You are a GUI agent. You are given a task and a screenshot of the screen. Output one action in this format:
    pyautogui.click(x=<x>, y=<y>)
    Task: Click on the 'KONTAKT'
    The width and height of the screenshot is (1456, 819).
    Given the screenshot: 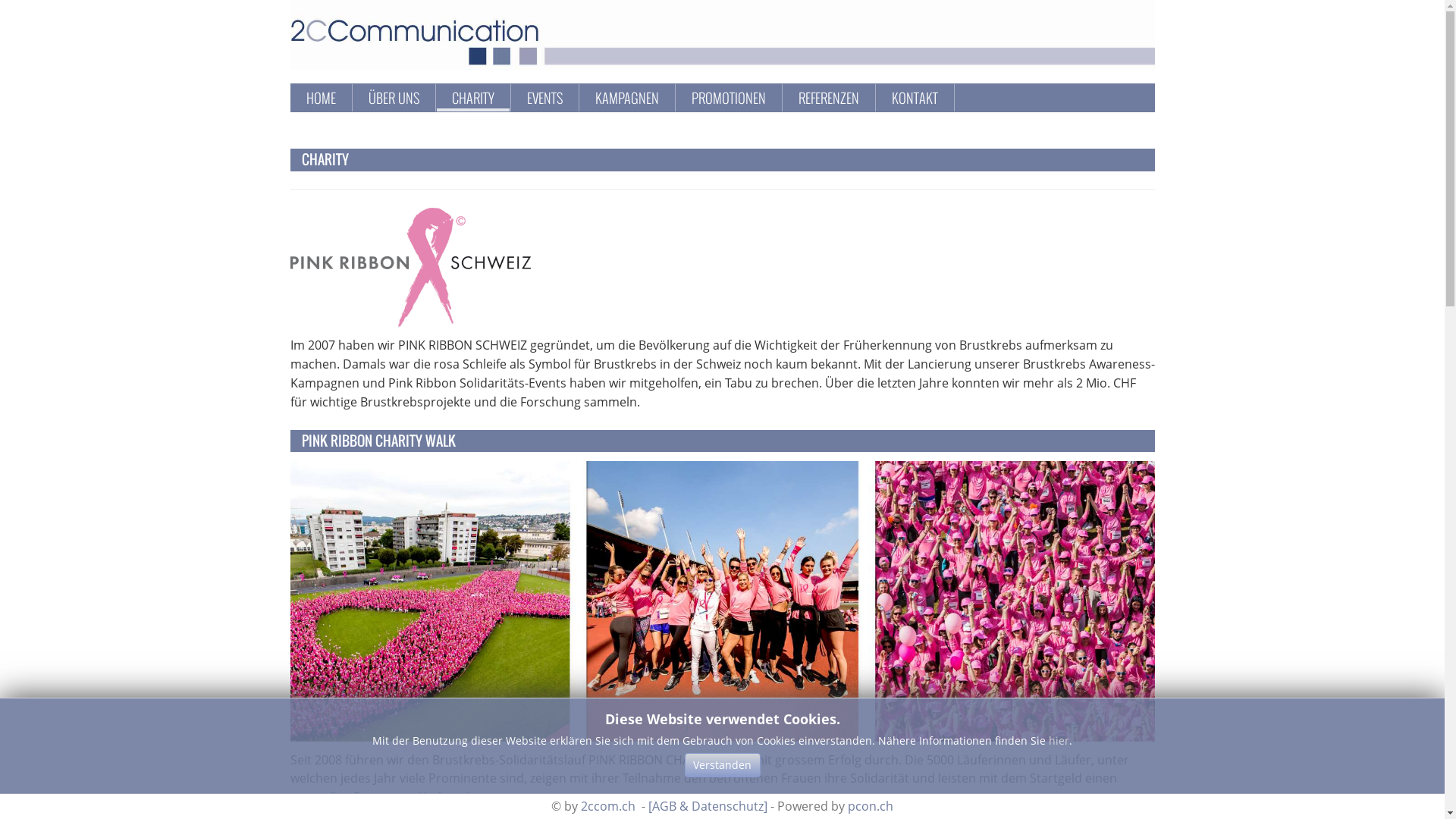 What is the action you would take?
    pyautogui.click(x=877, y=97)
    